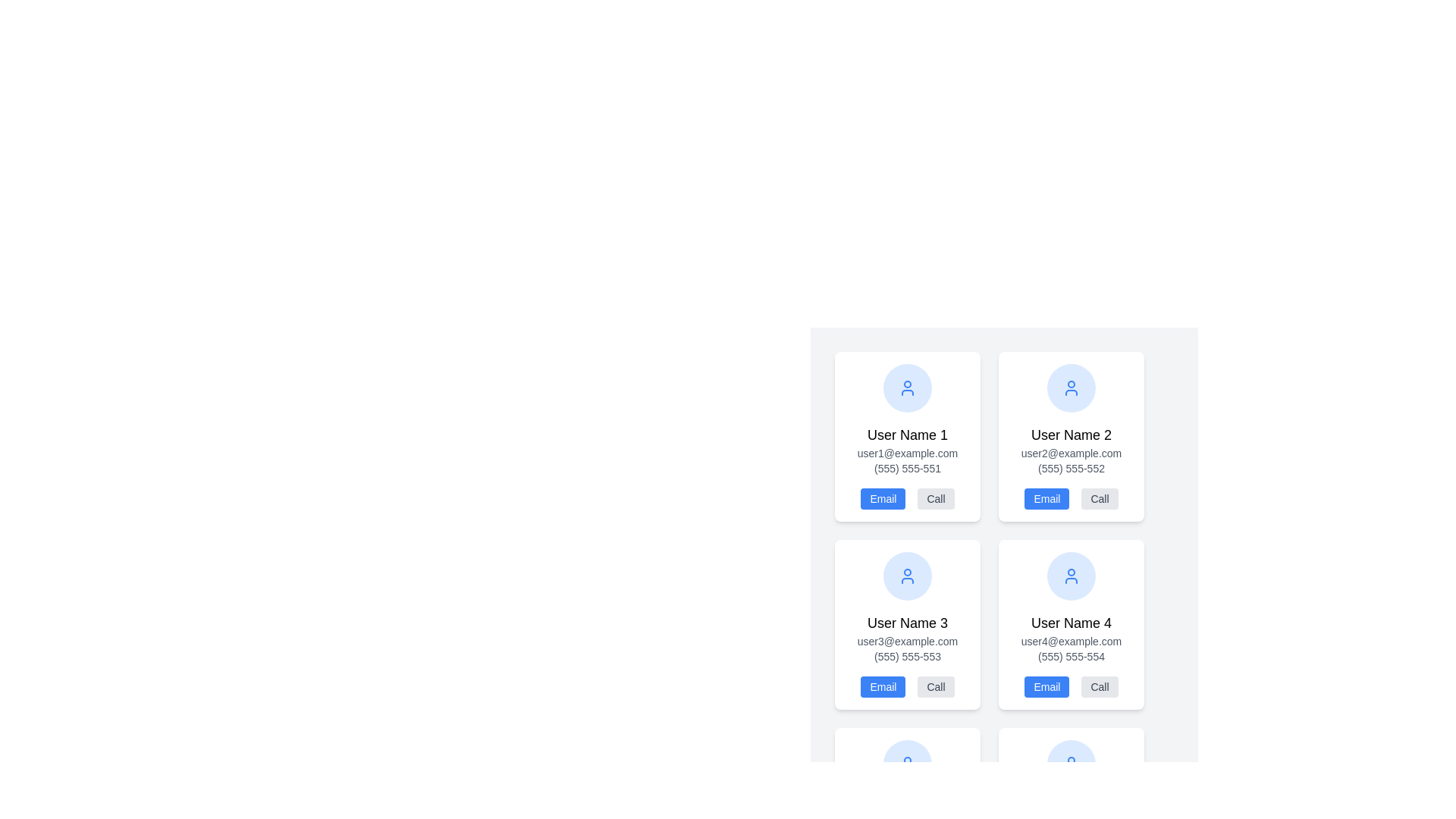 The width and height of the screenshot is (1456, 819). Describe the element at coordinates (907, 687) in the screenshot. I see `the 'Email' button in the Button Group located at the bottom of the user card for 'User Name 3' to initiate email composition` at that location.